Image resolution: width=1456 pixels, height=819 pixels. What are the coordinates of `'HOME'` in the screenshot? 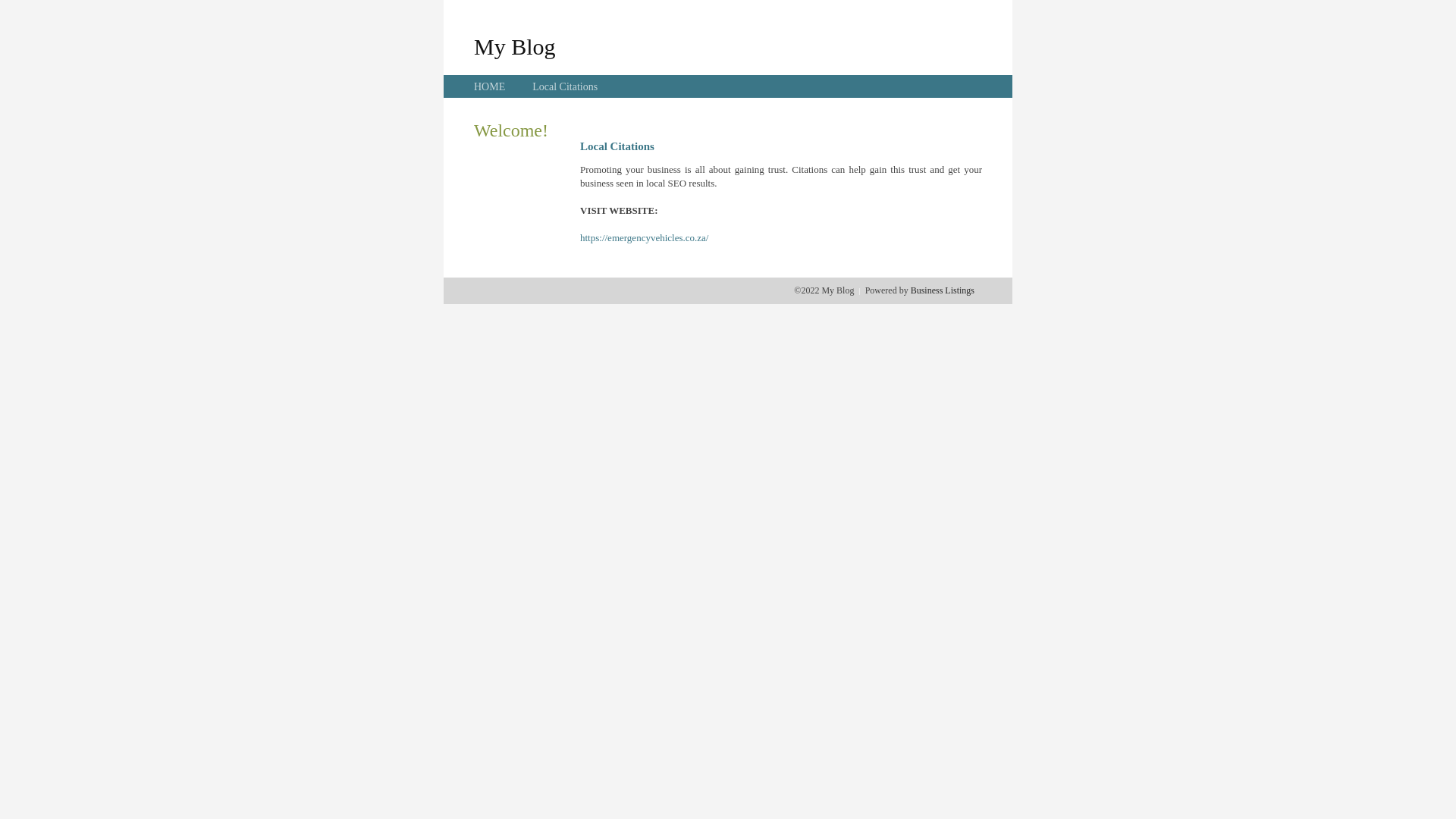 It's located at (489, 86).